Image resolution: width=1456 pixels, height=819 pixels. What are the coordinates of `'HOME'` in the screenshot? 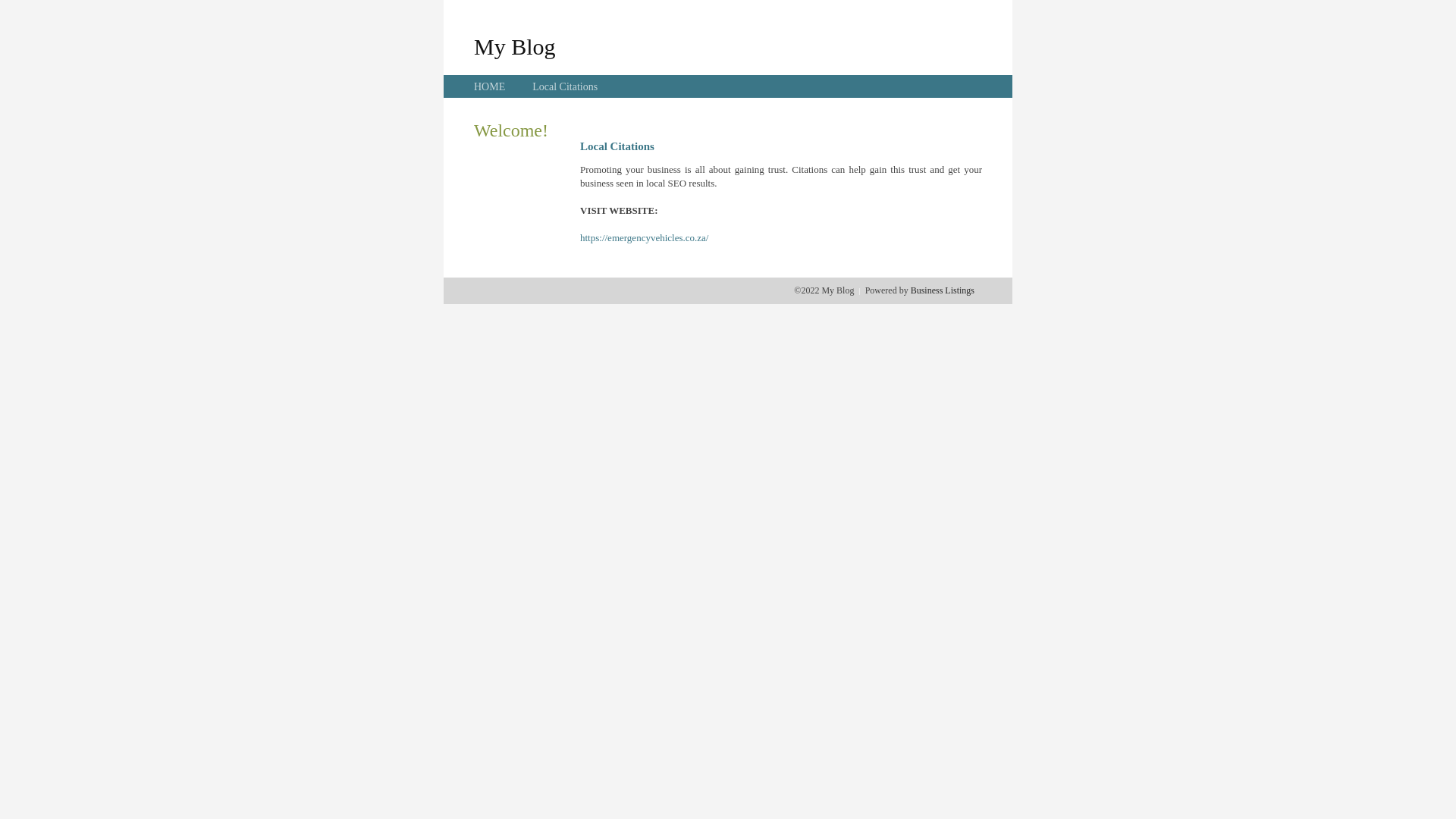 It's located at (489, 86).